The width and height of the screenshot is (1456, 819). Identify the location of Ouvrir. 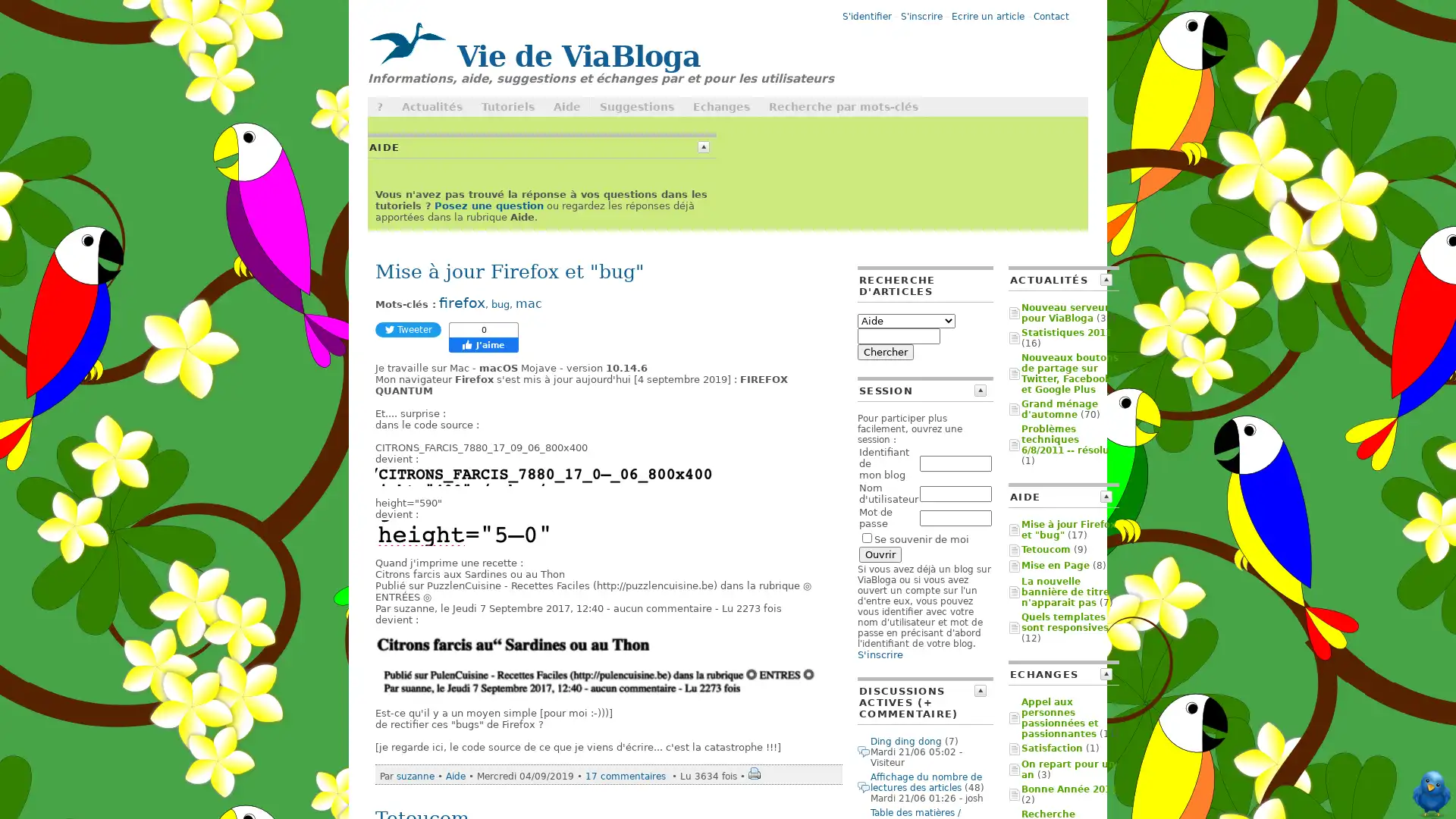
(880, 554).